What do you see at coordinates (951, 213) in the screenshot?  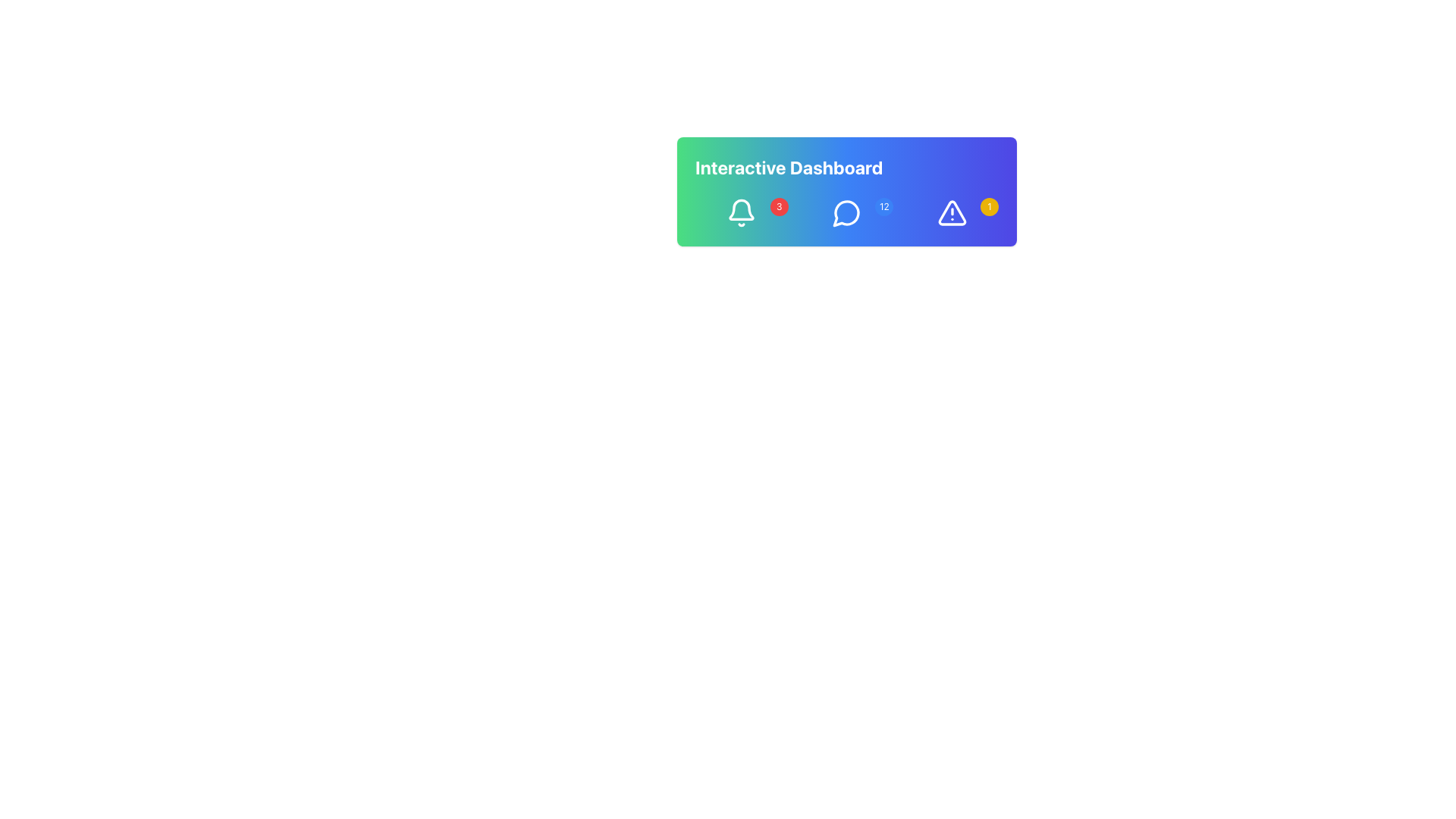 I see `the alert icon, which is the third icon from the left in the toolbar` at bounding box center [951, 213].